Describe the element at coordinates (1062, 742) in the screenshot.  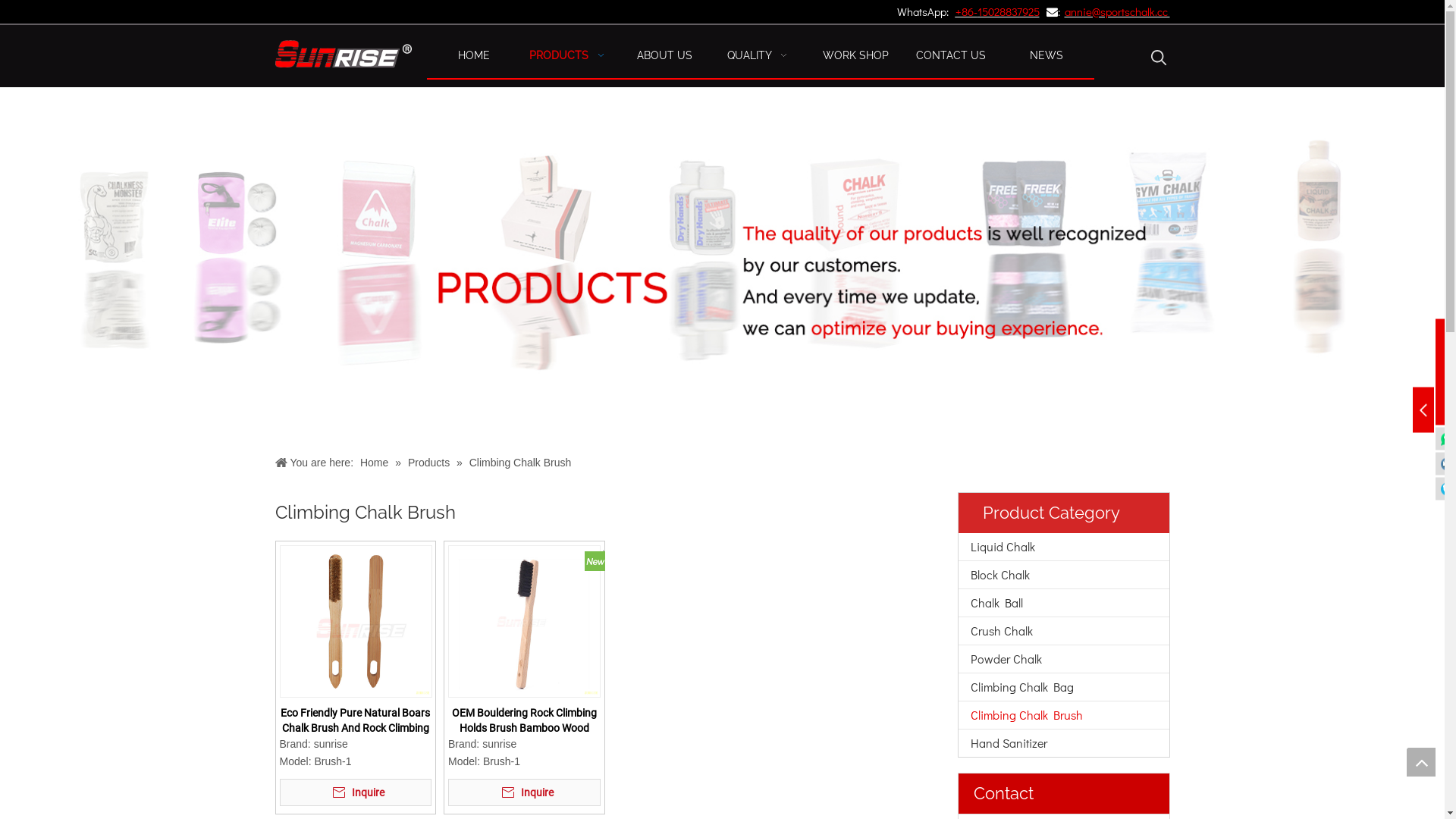
I see `'Hand Sanitizer'` at that location.